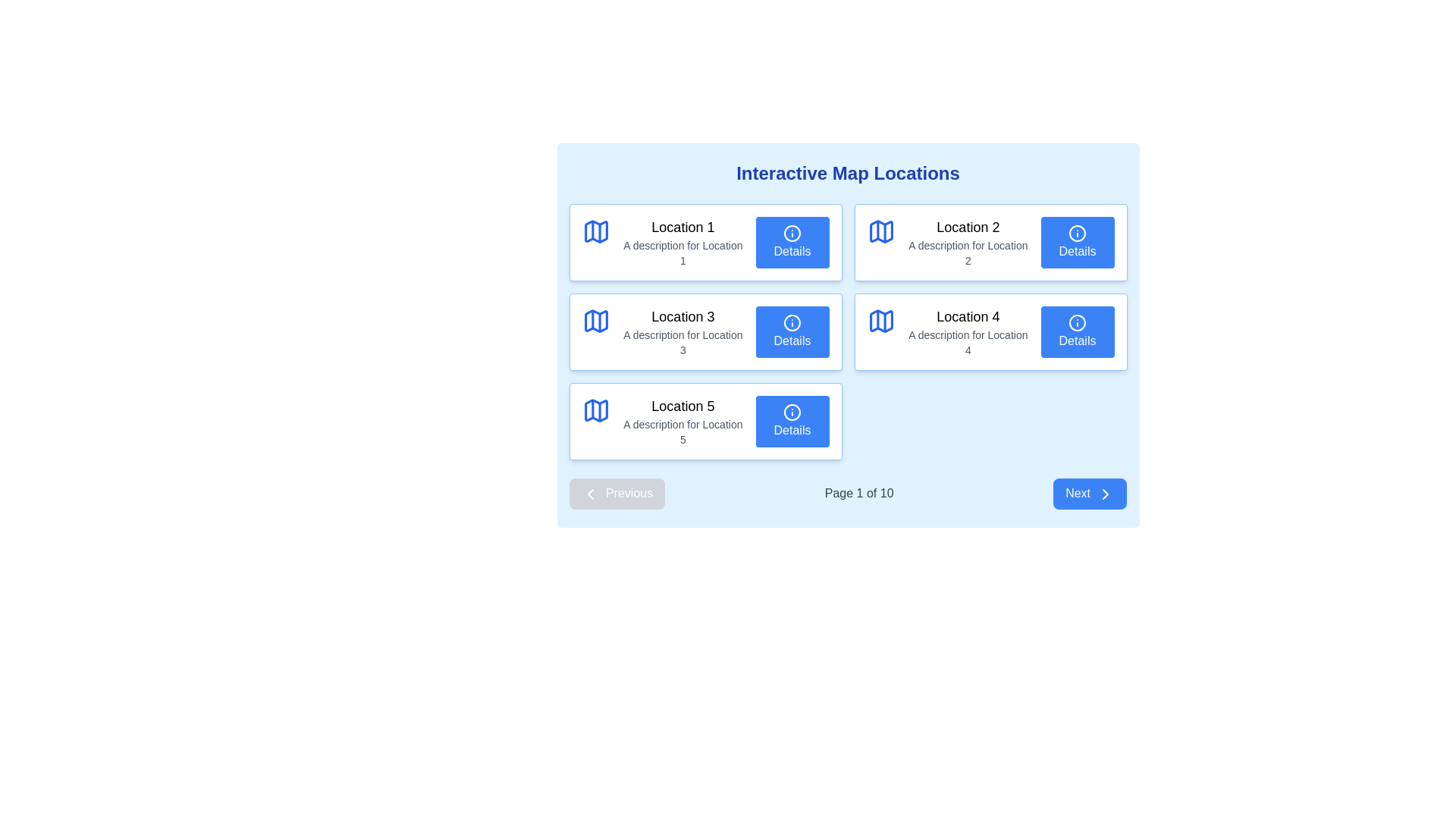  I want to click on the text label that displays the title of the location in the second row, second column of the grid layout, so click(967, 315).